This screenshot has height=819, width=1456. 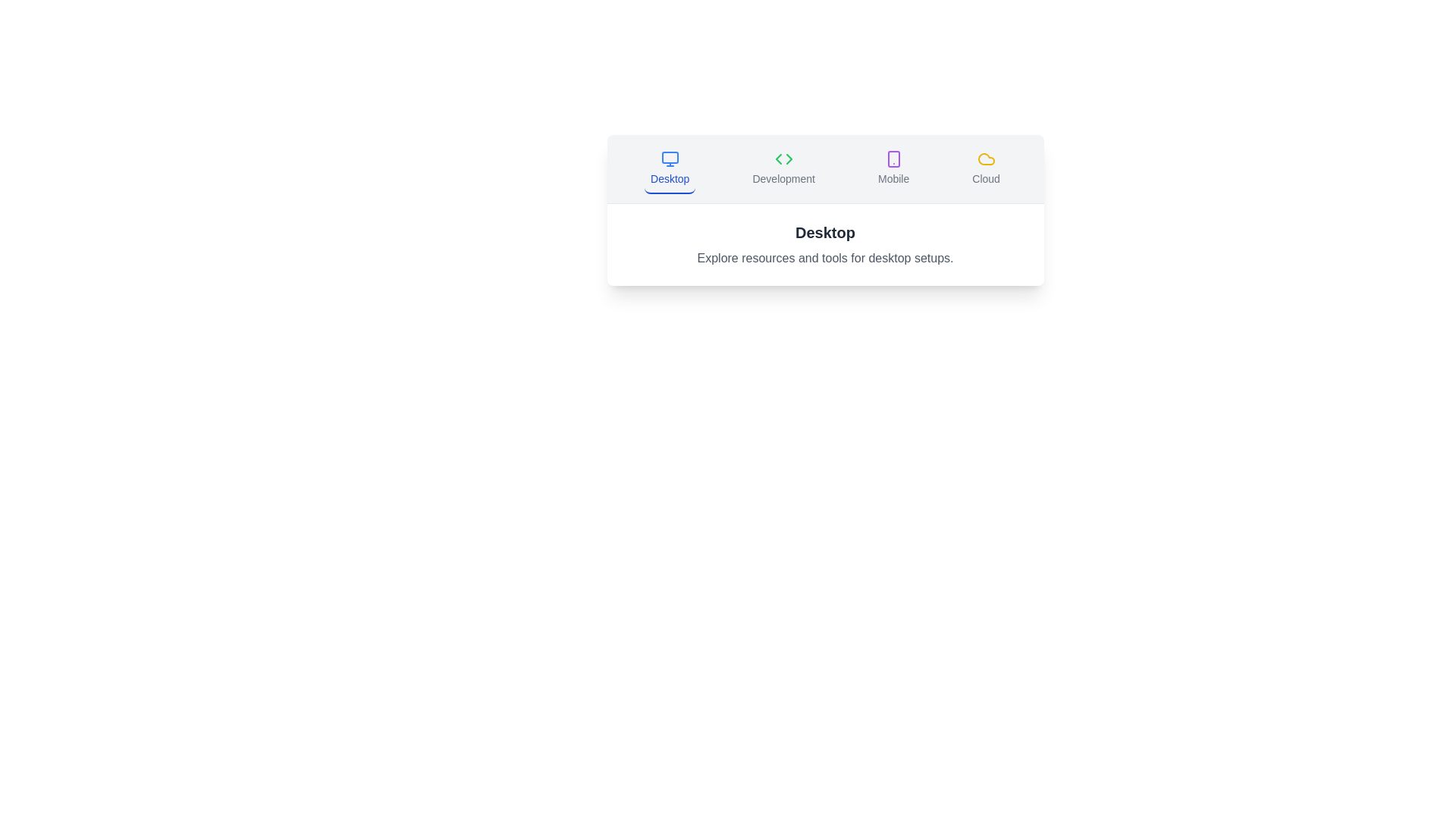 What do you see at coordinates (669, 169) in the screenshot?
I see `the tab button labeled Desktop to switch to the corresponding tab` at bounding box center [669, 169].